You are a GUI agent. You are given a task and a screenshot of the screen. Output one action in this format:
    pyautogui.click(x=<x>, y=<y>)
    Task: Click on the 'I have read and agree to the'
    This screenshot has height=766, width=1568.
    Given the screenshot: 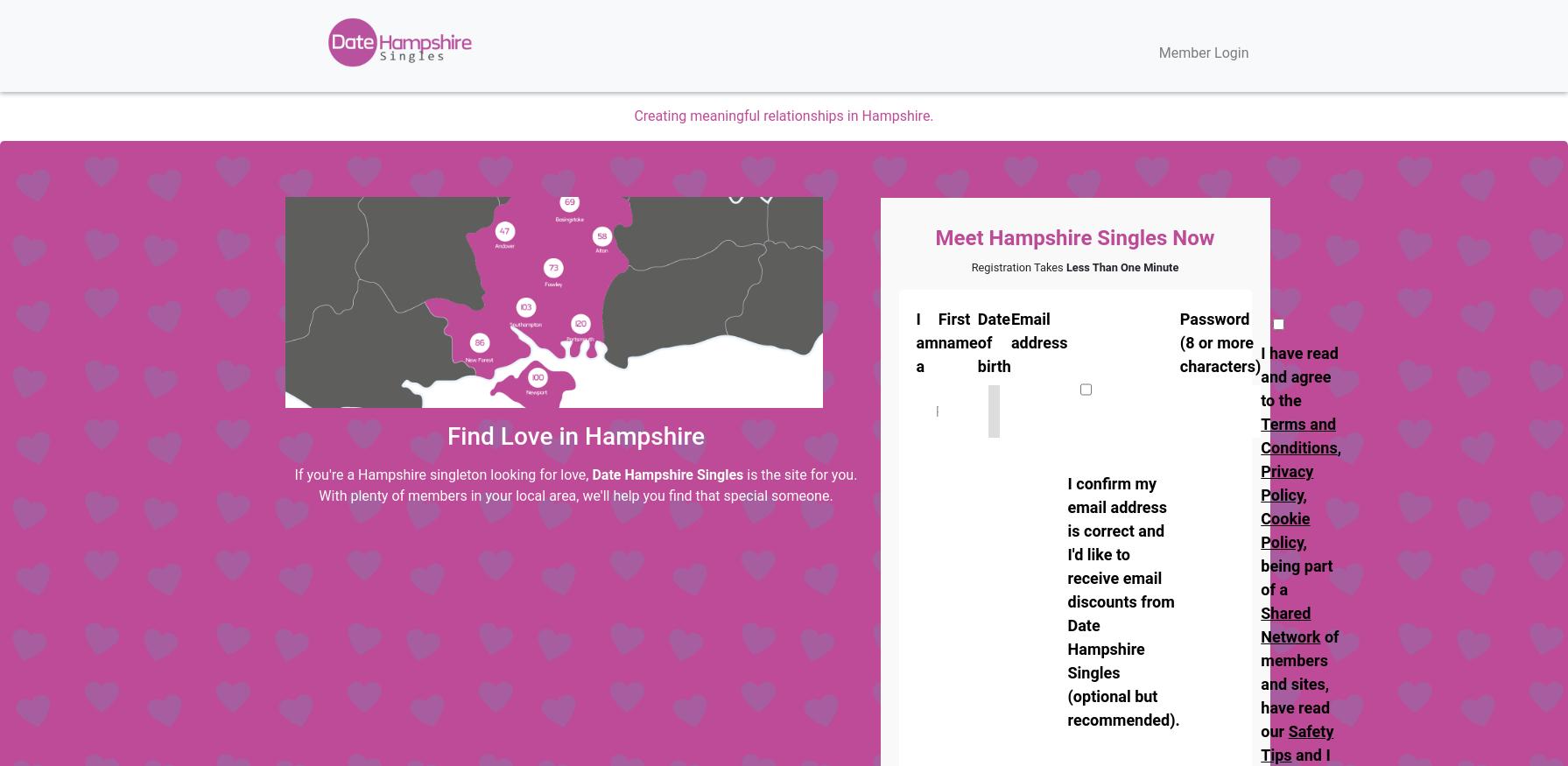 What is the action you would take?
    pyautogui.click(x=1298, y=376)
    